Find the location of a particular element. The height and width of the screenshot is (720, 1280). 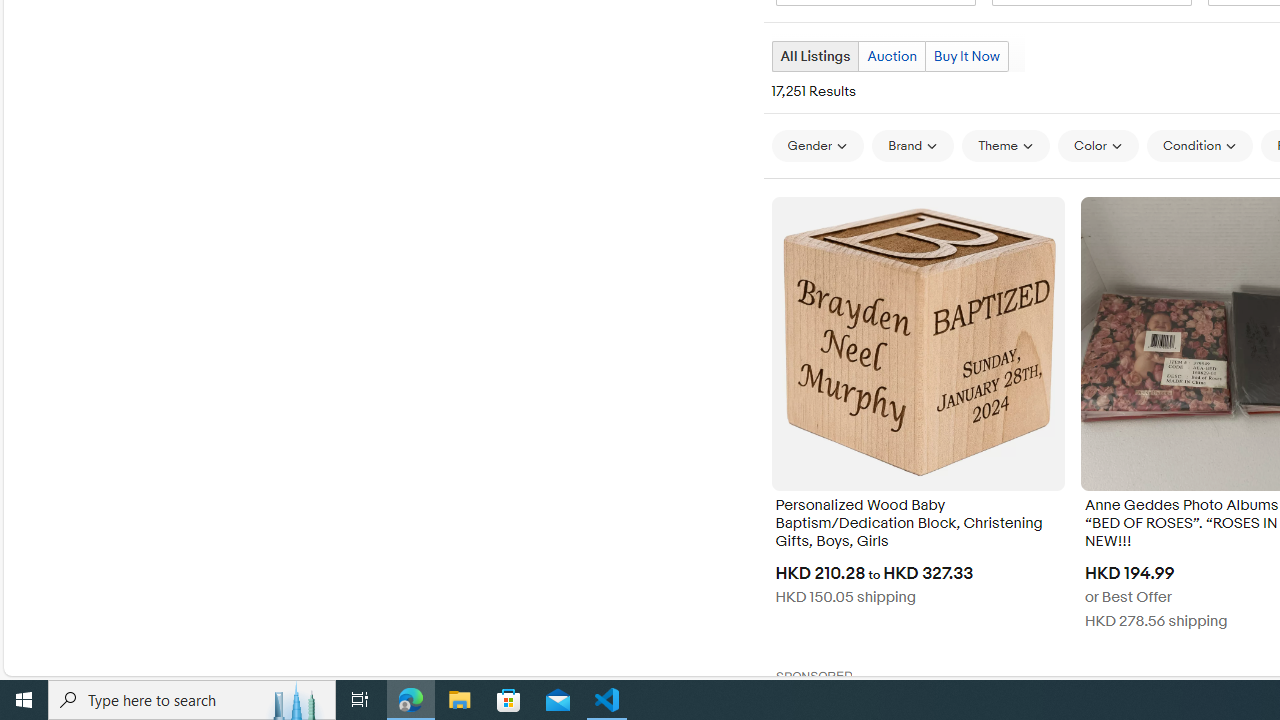

'All Listings Current view' is located at coordinates (815, 55).